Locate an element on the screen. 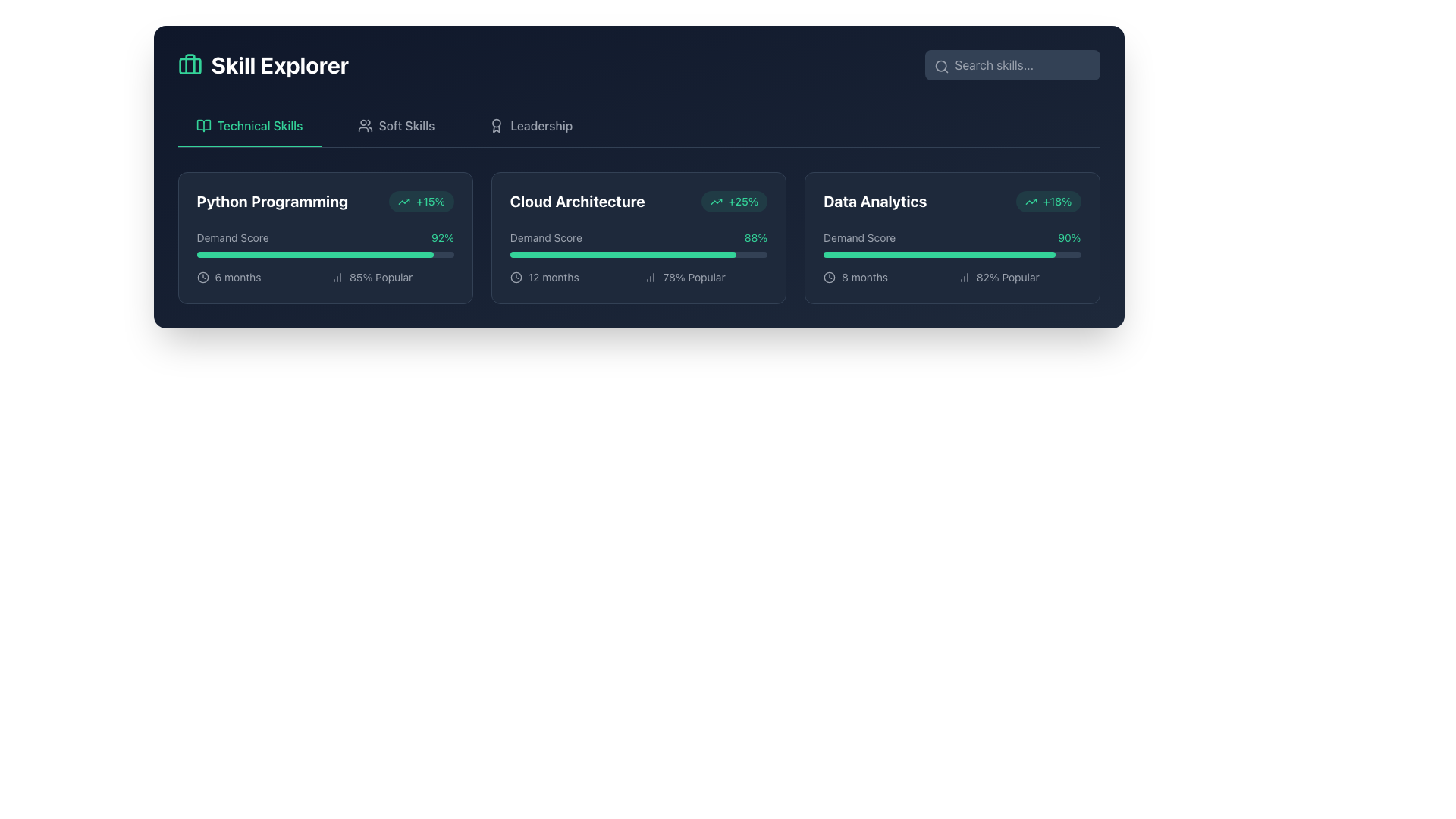 The image size is (1456, 819). the 'Data Analytics' title and growth percentage indicator on the rightmost card in the 'Skill Explorer' interface is located at coordinates (951, 201).